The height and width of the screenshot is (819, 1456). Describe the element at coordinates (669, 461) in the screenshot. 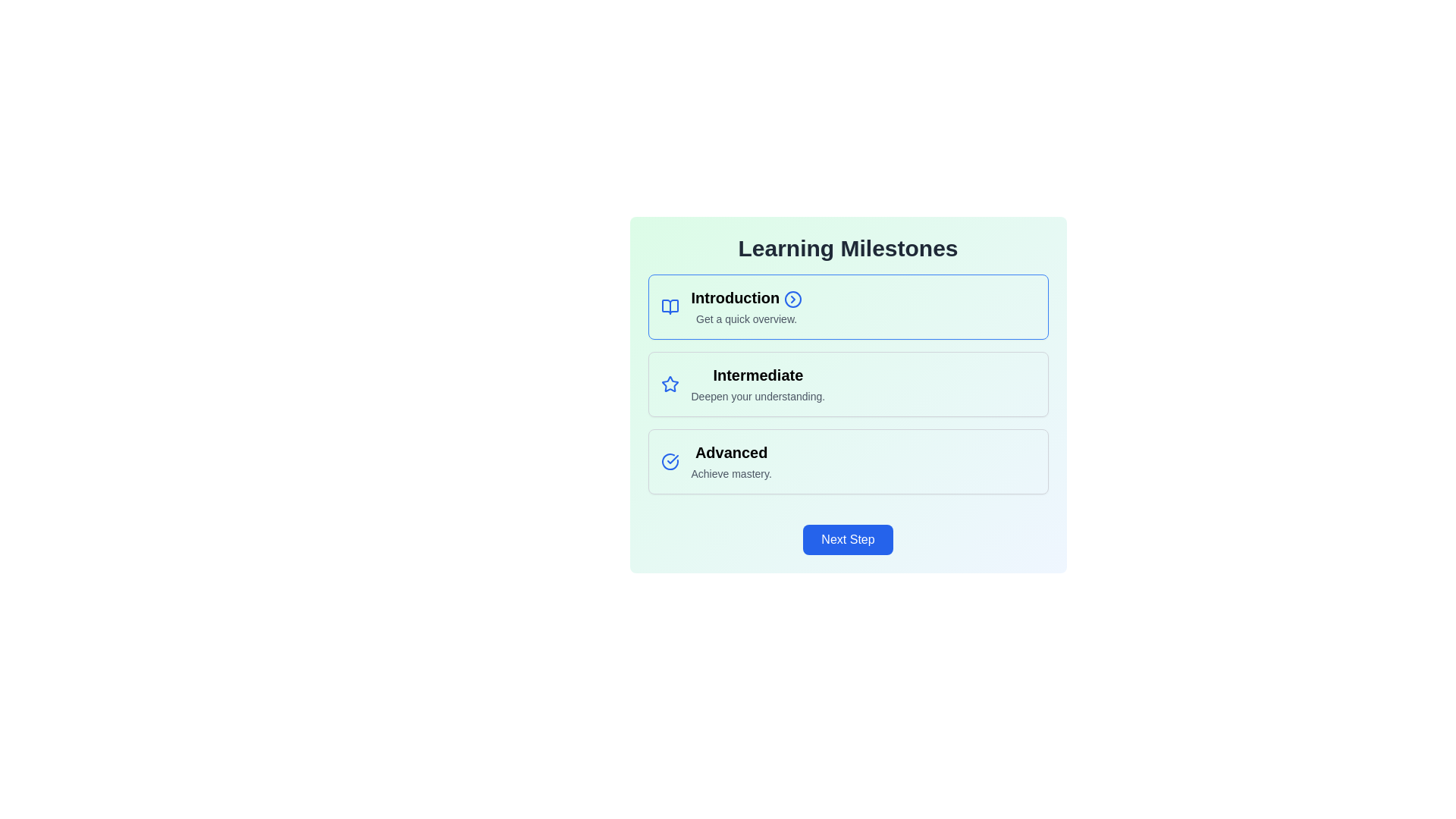

I see `the blue and white circular icon with a checkmark inside, located to the left of the text 'Advanced' in the third box of the 'Learning Milestones' section` at that location.